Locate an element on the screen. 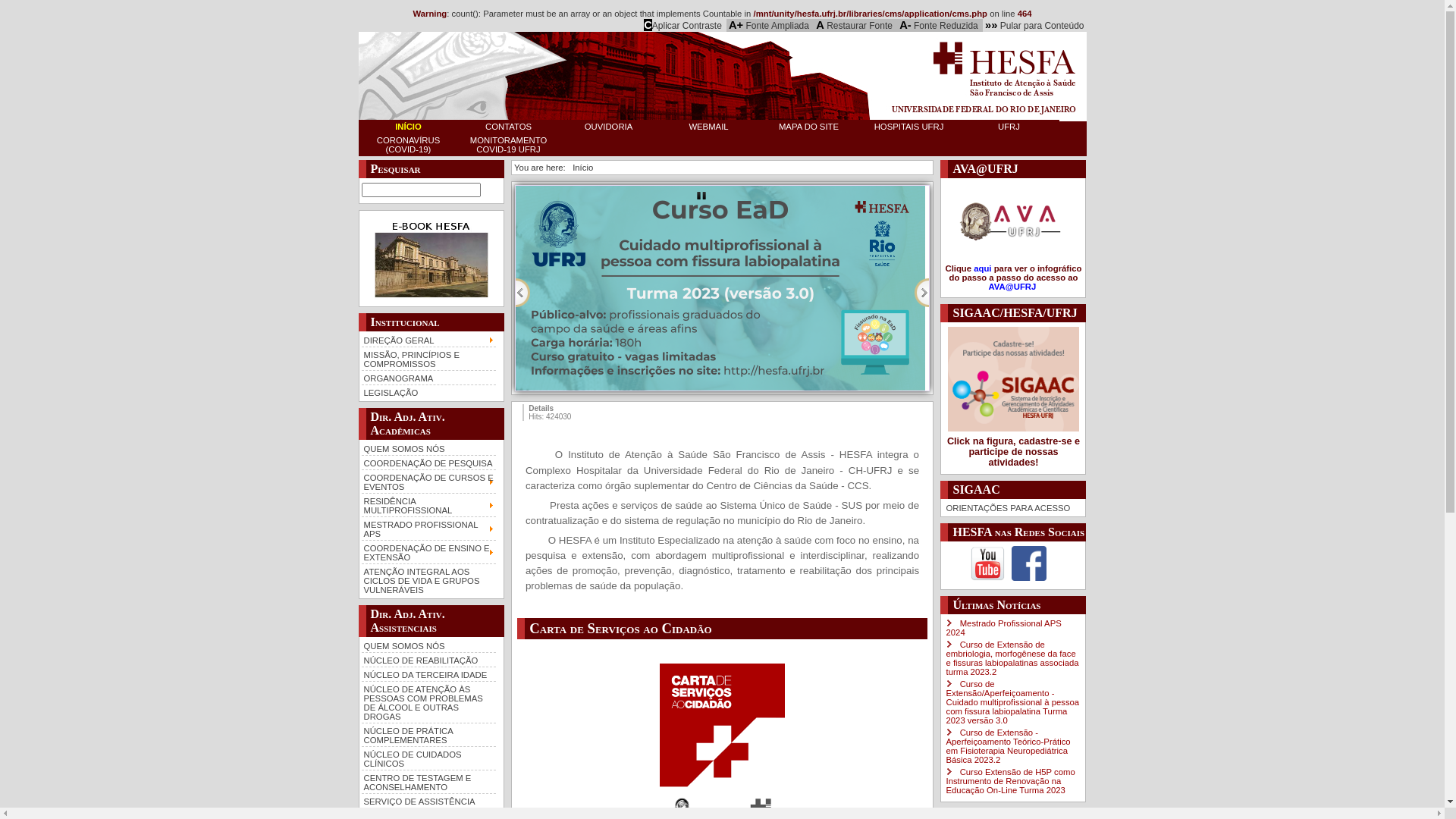 The height and width of the screenshot is (819, 1456). 'AVA@UFRJ ' is located at coordinates (987, 287).